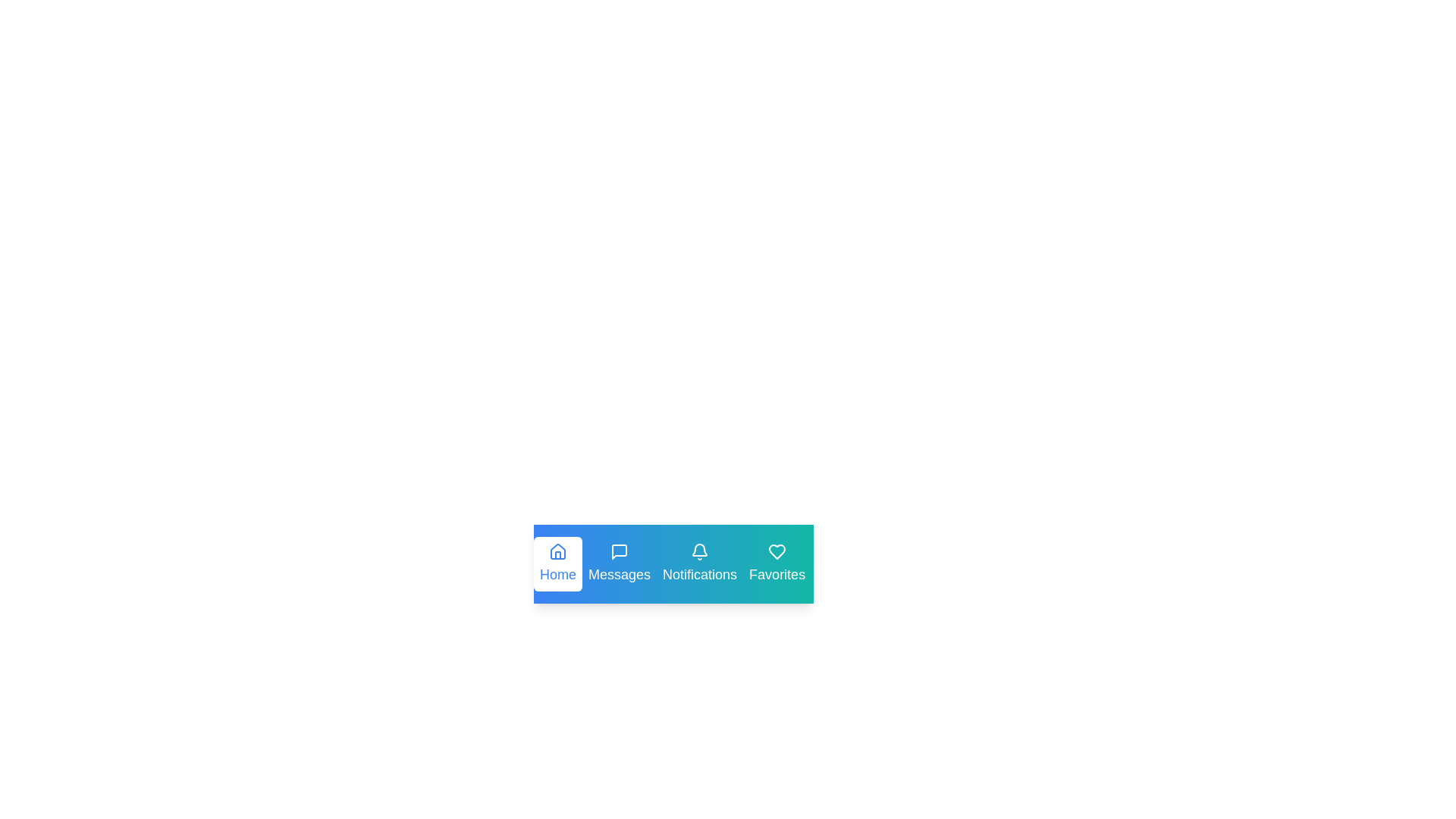 The image size is (1456, 819). What do you see at coordinates (777, 564) in the screenshot?
I see `the Favorites tab by clicking on it` at bounding box center [777, 564].